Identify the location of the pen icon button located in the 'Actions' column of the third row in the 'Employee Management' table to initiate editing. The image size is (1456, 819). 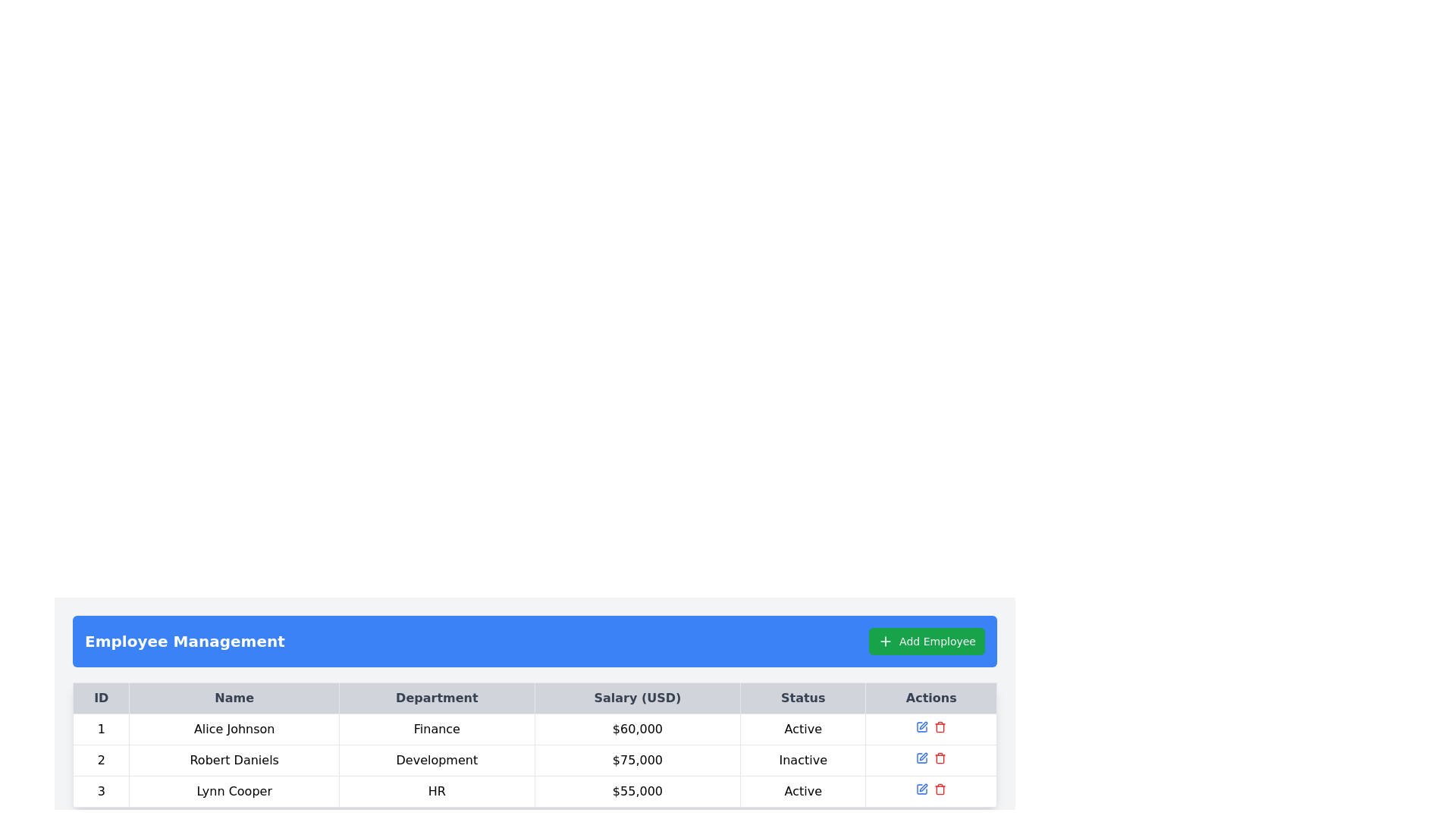
(923, 786).